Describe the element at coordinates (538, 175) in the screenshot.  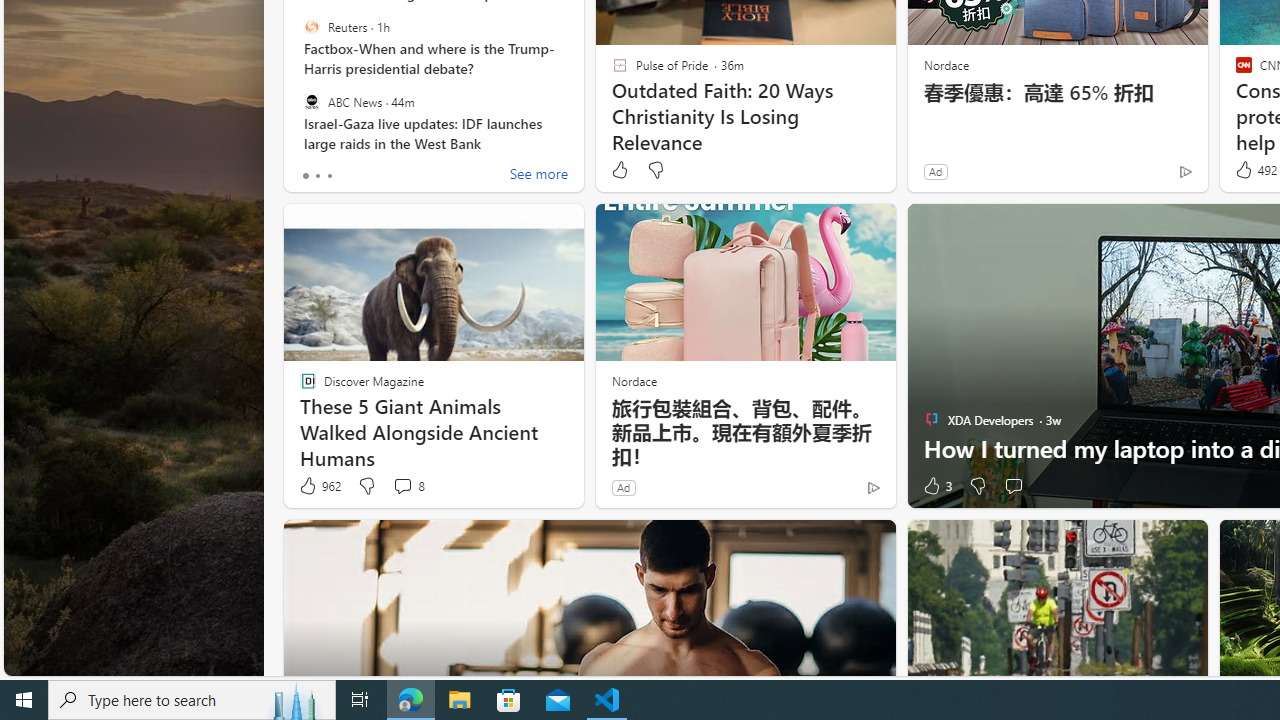
I see `'See more'` at that location.